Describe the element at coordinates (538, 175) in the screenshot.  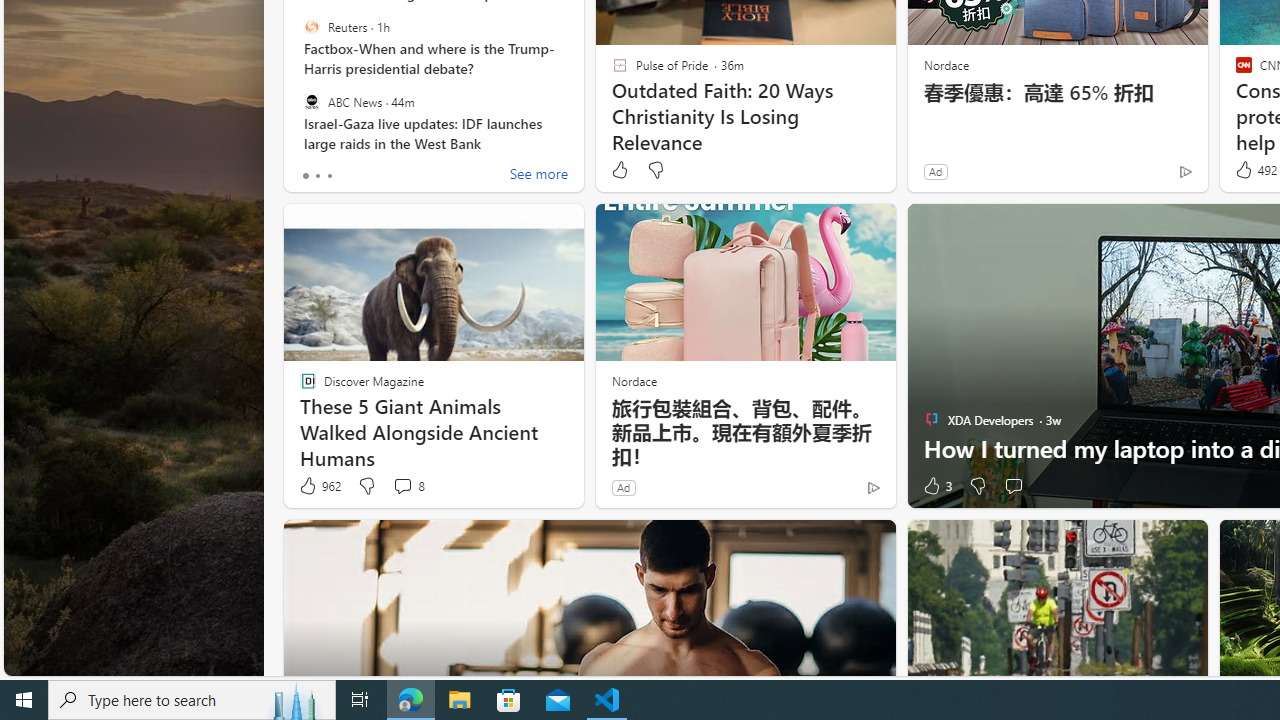
I see `'See more'` at that location.